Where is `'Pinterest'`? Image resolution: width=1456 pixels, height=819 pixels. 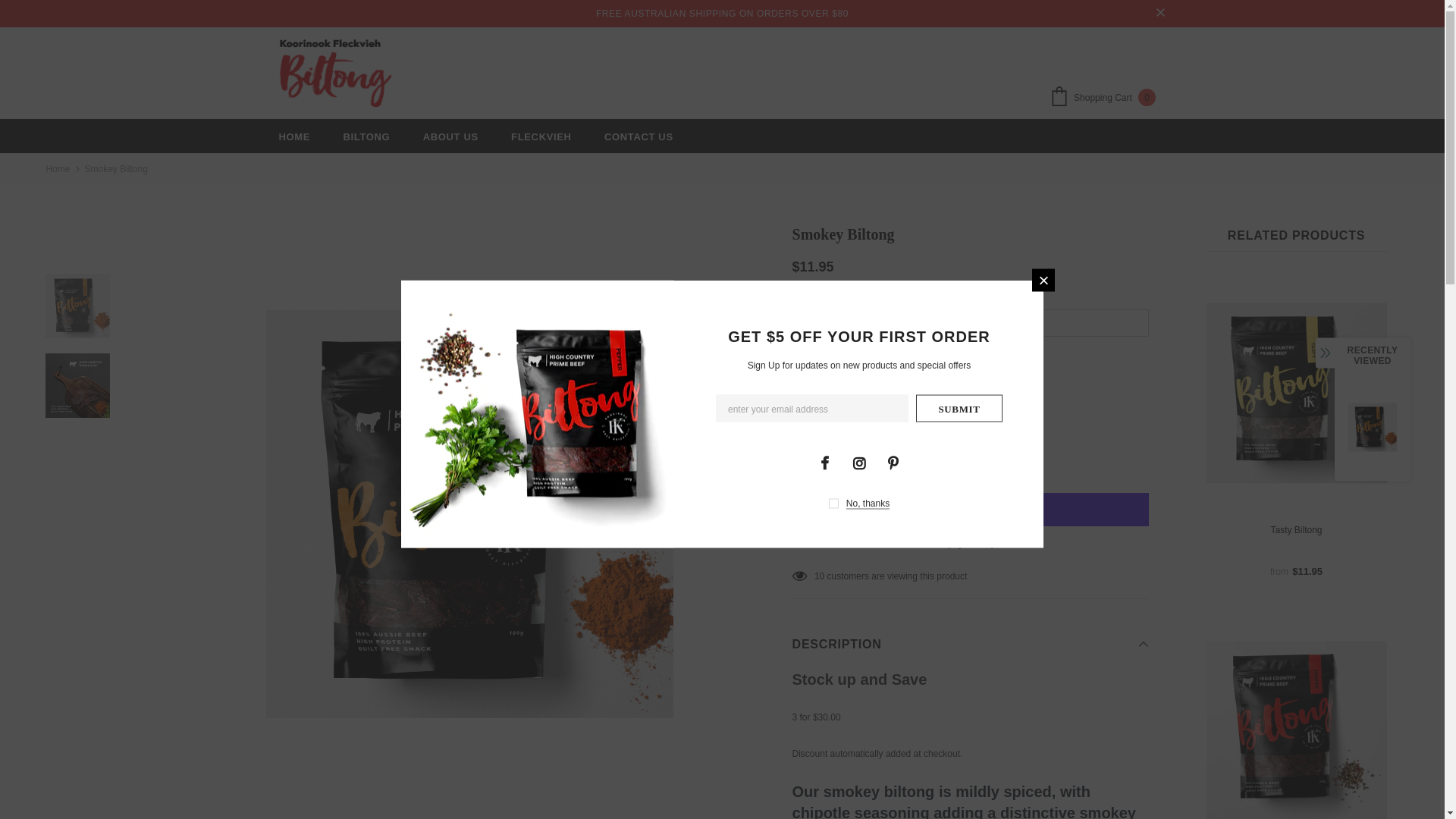
'Pinterest' is located at coordinates (892, 461).